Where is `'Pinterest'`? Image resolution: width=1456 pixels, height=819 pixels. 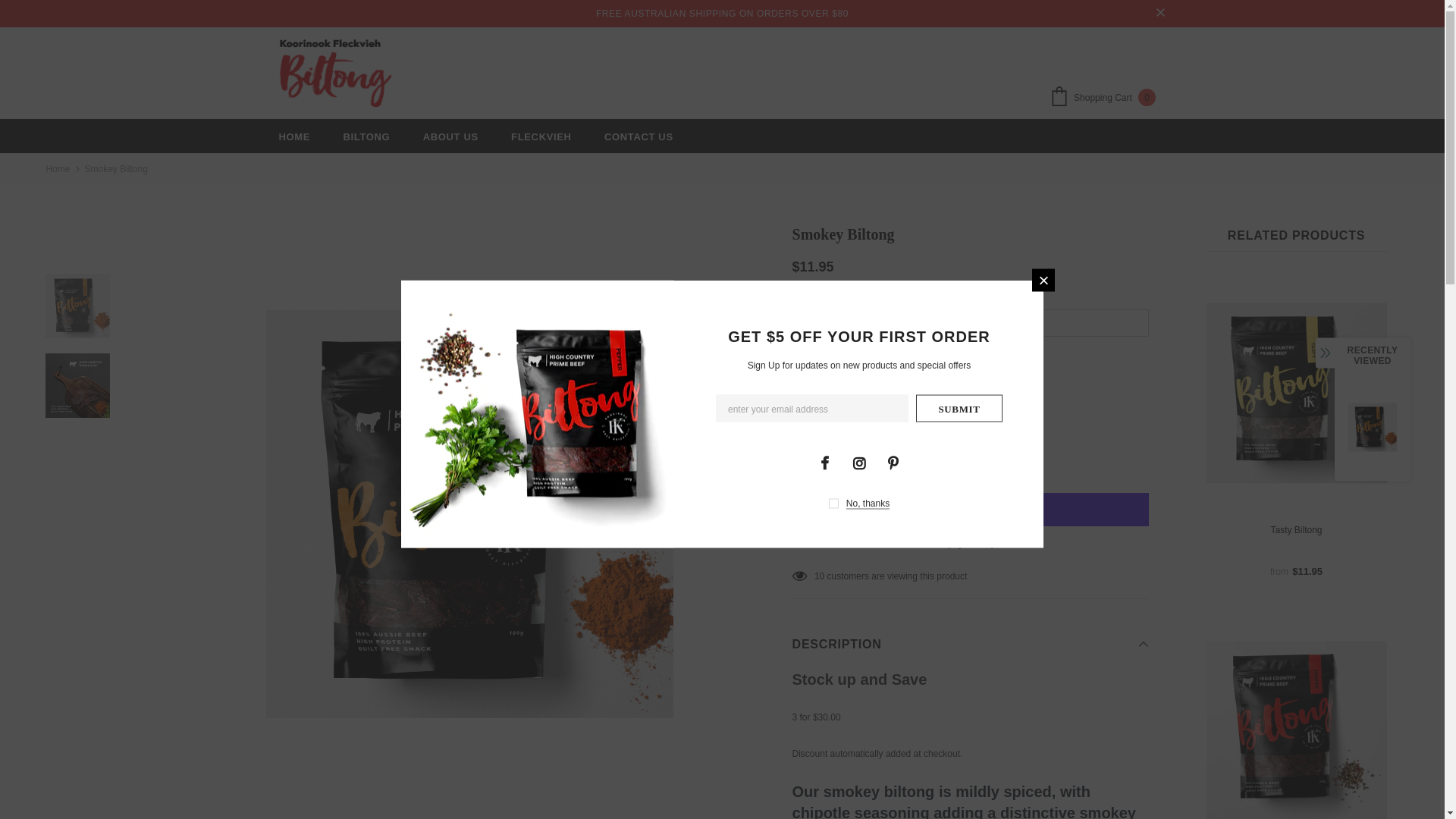
'Pinterest' is located at coordinates (892, 461).